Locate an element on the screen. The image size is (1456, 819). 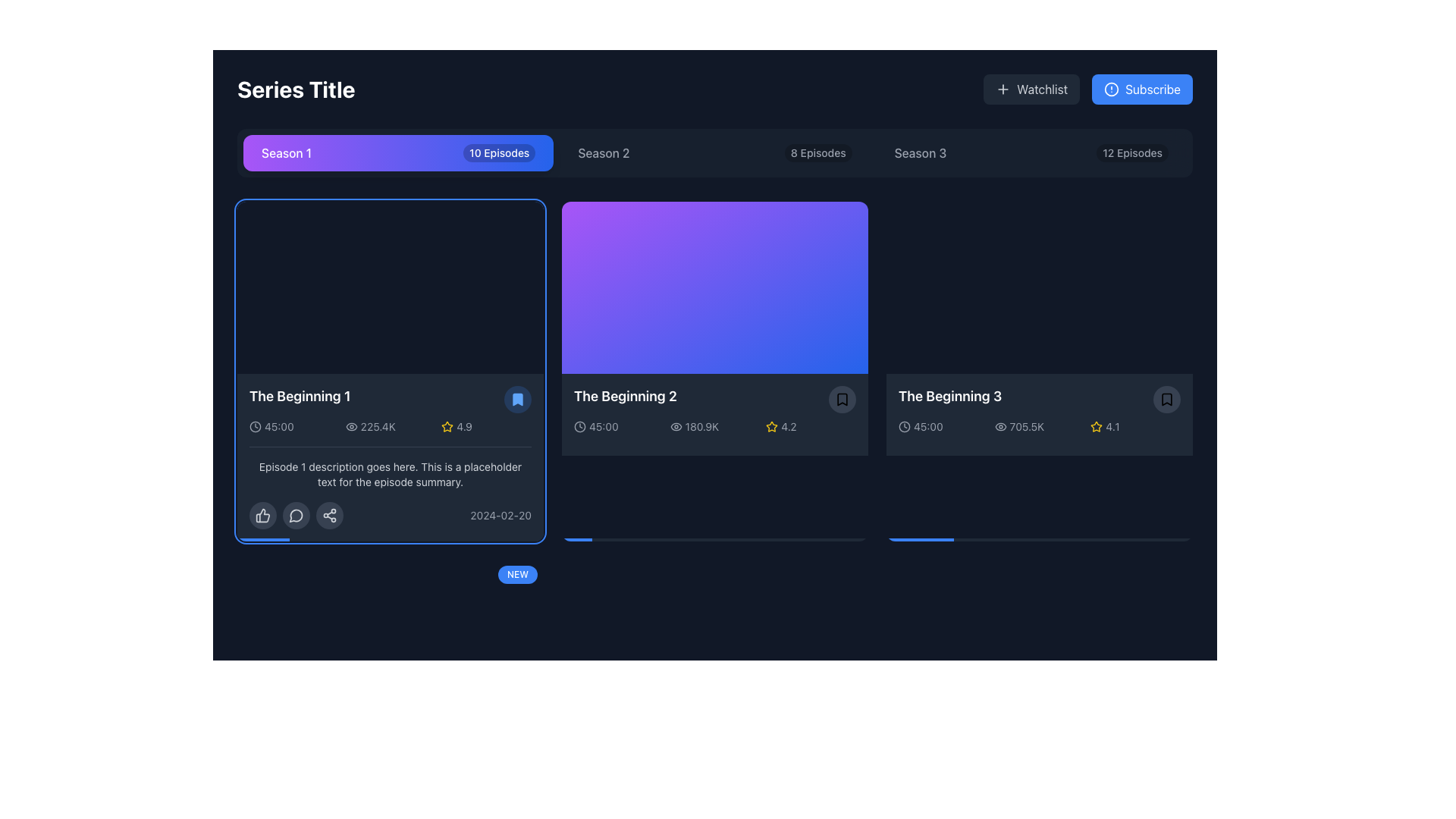
the speech bubble icon representing communication functionality located at the bottom-left of the card for 'The Beginning 1' is located at coordinates (296, 514).